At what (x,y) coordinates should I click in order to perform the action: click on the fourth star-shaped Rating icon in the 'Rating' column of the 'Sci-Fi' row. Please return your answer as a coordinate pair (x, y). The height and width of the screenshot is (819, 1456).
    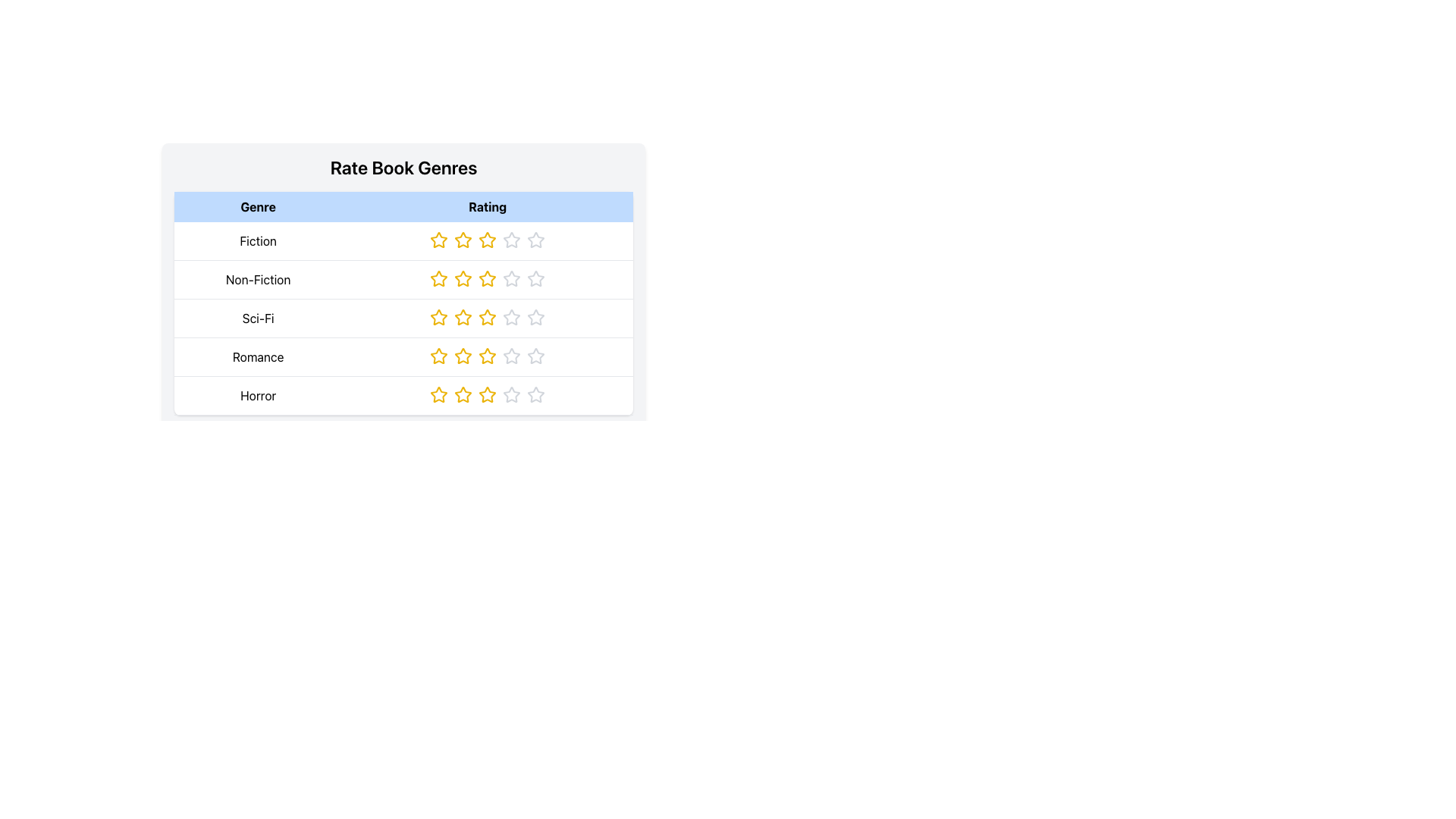
    Looking at the image, I should click on (512, 317).